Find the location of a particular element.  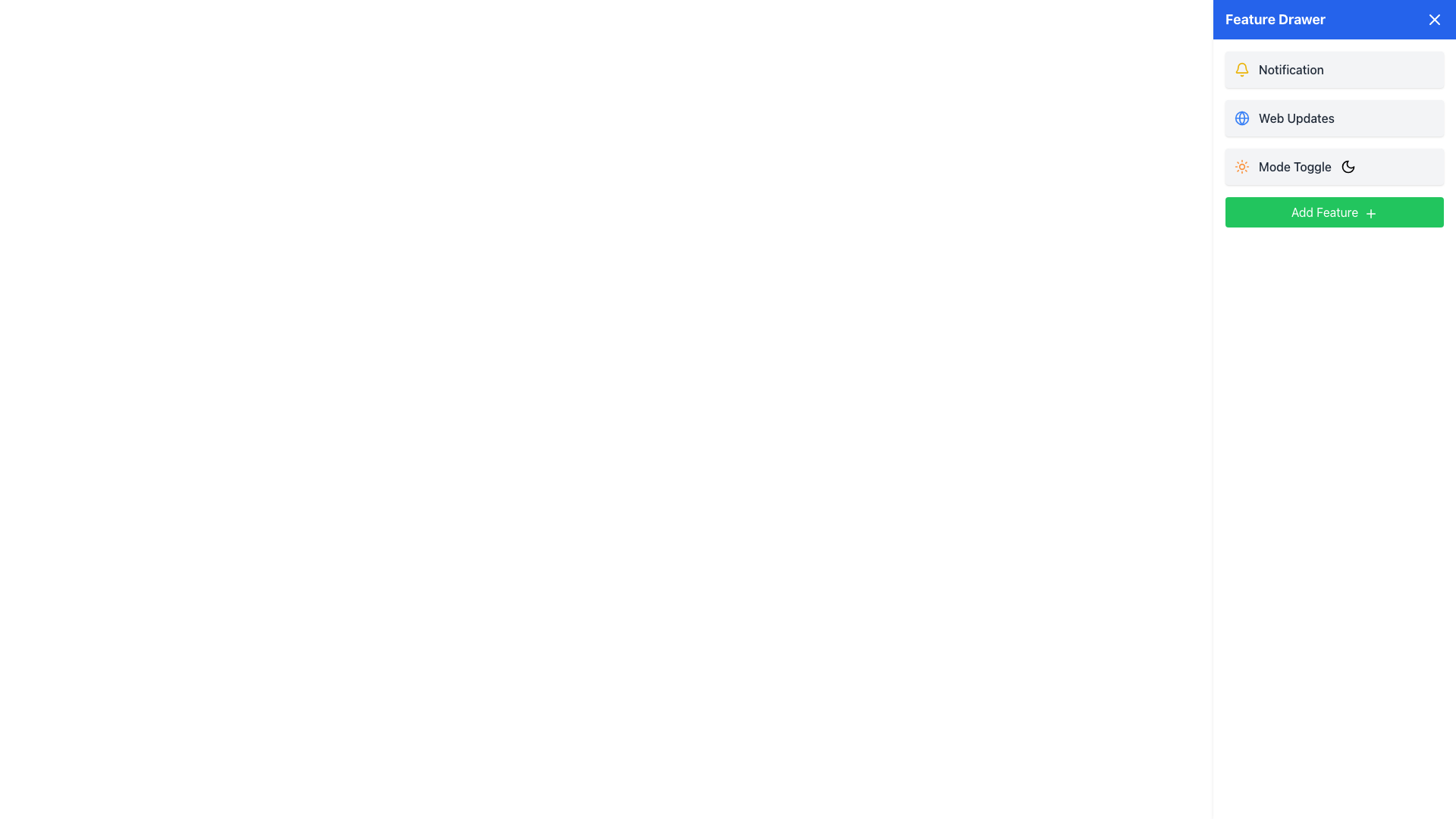

the button at the bottom of the 'Feature Drawer' side panel to observe hover effects is located at coordinates (1335, 212).